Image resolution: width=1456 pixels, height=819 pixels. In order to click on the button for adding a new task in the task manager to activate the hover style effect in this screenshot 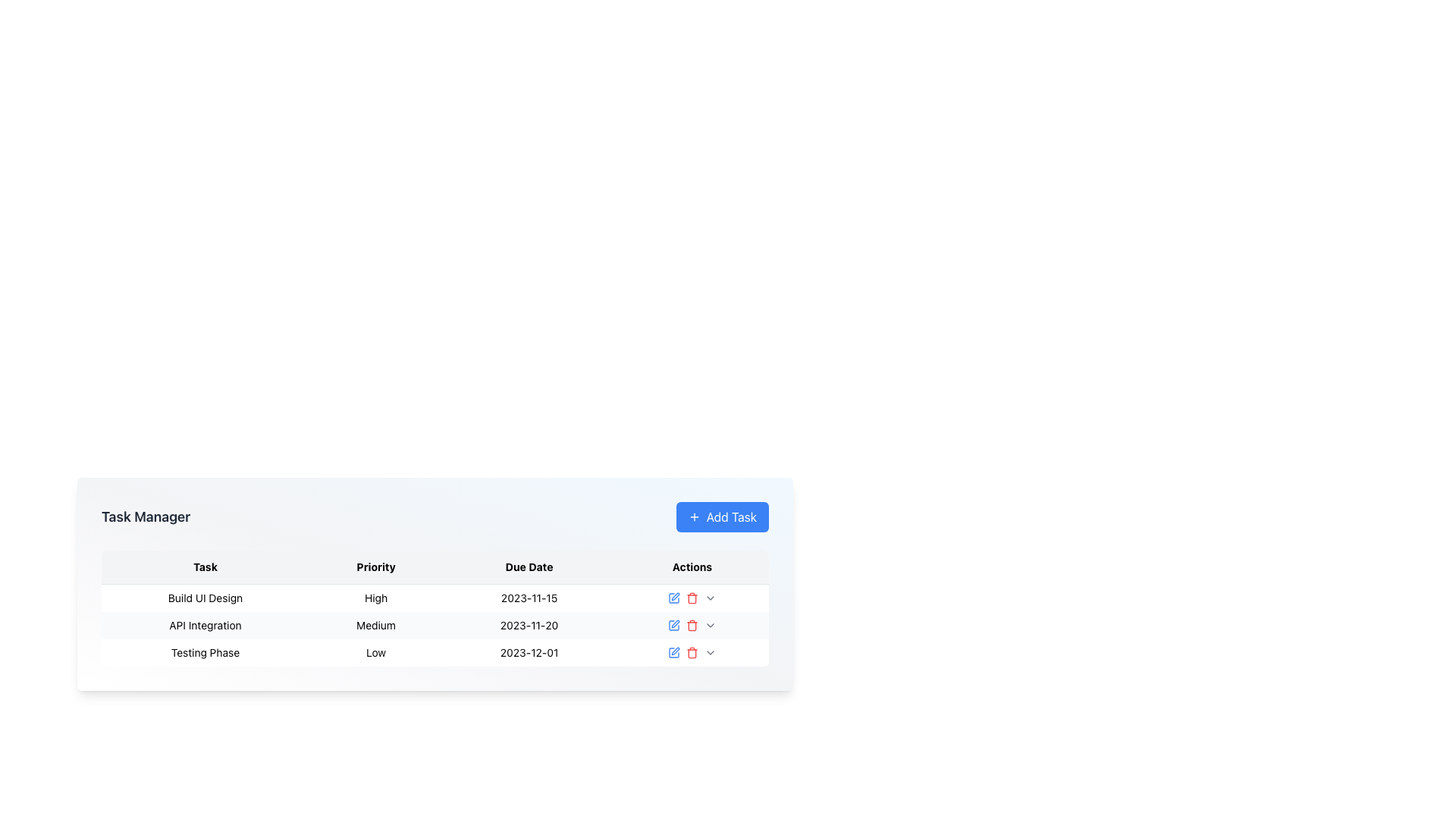, I will do `click(721, 516)`.